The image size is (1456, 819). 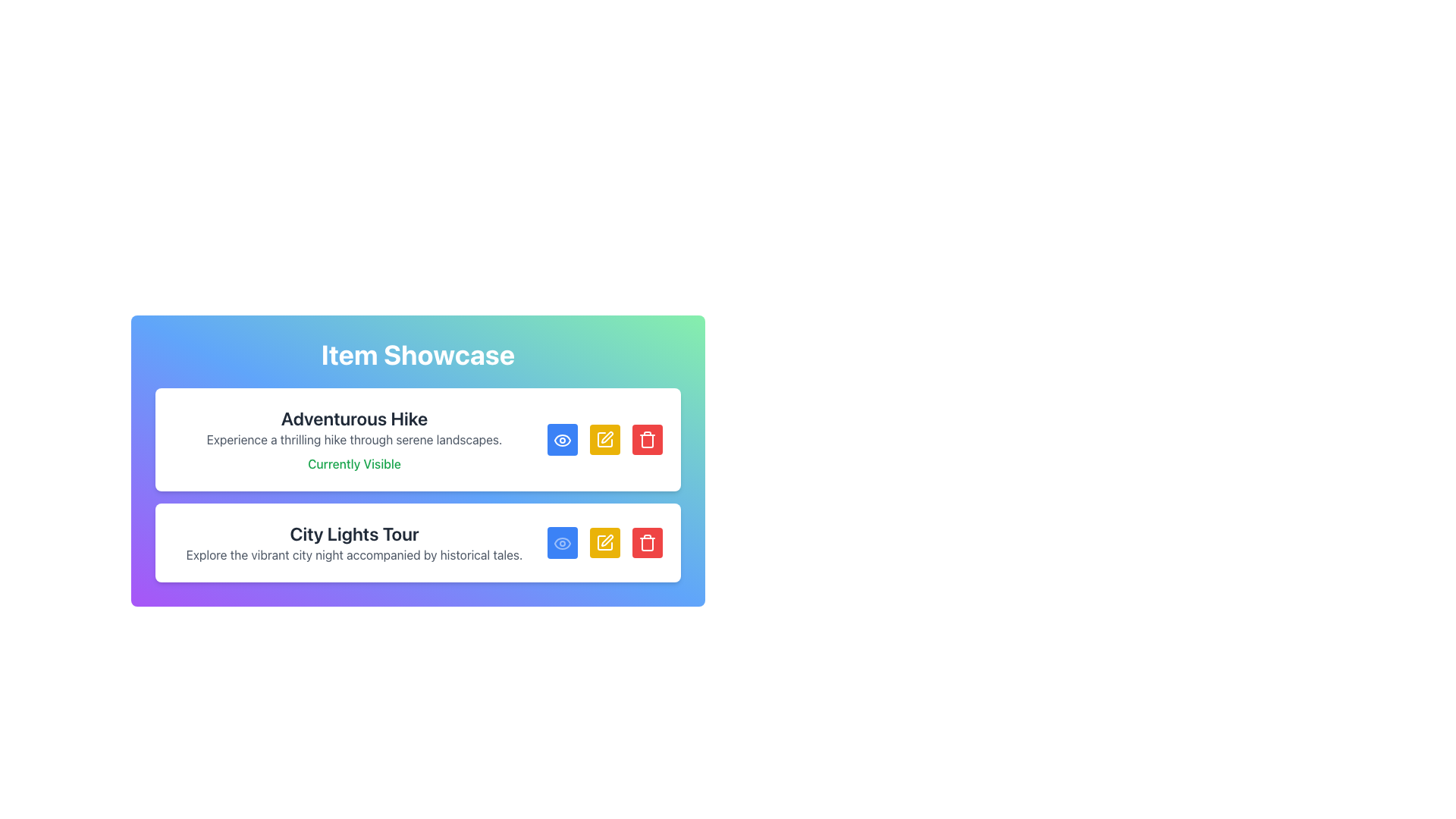 I want to click on the circular eye icon button, outlined in bold blue color, located on the right side of the top card in the item showcase interface, so click(x=562, y=439).